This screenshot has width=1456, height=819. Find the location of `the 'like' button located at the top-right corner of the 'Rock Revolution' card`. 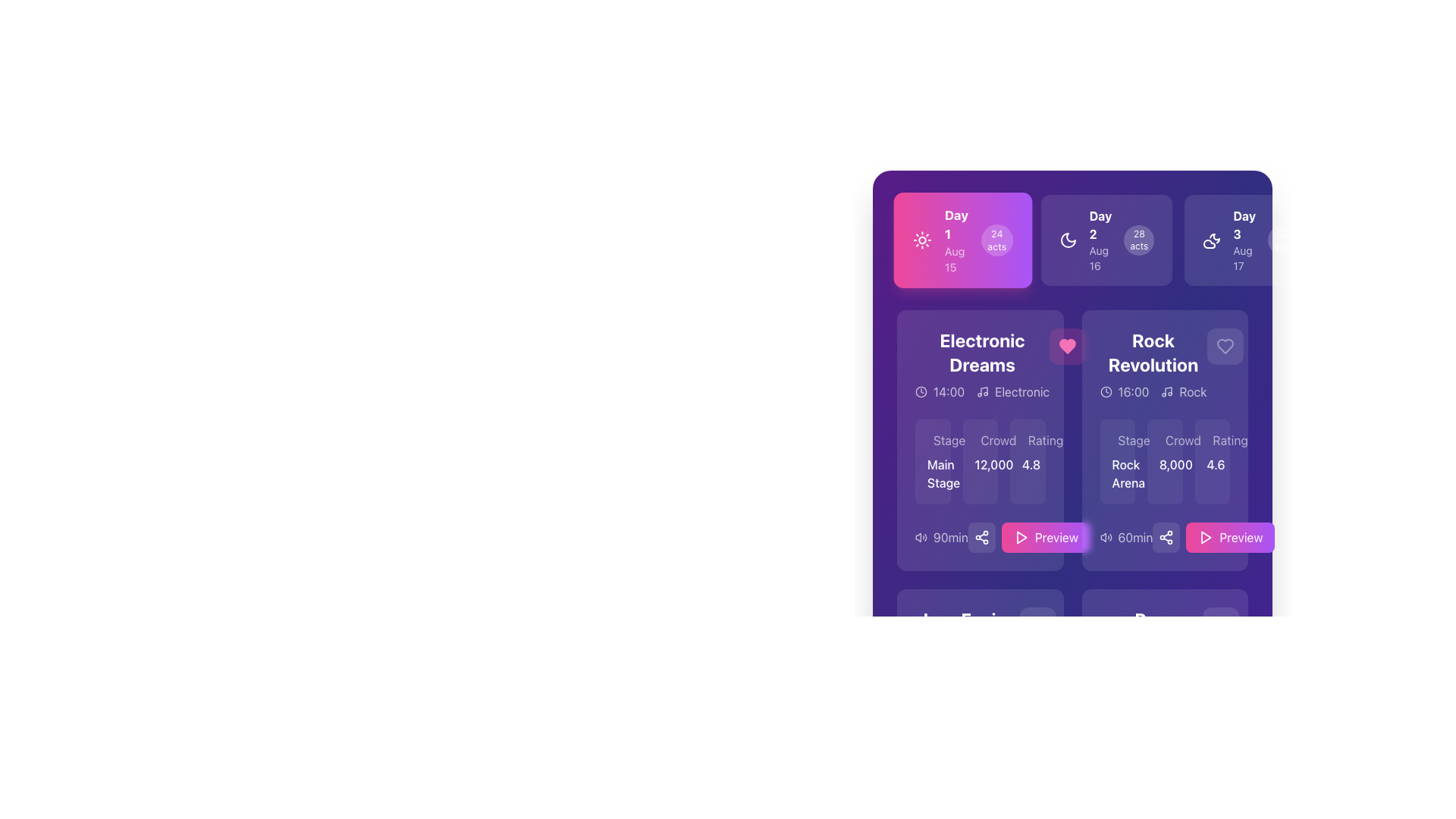

the 'like' button located at the top-right corner of the 'Rock Revolution' card is located at coordinates (1225, 346).